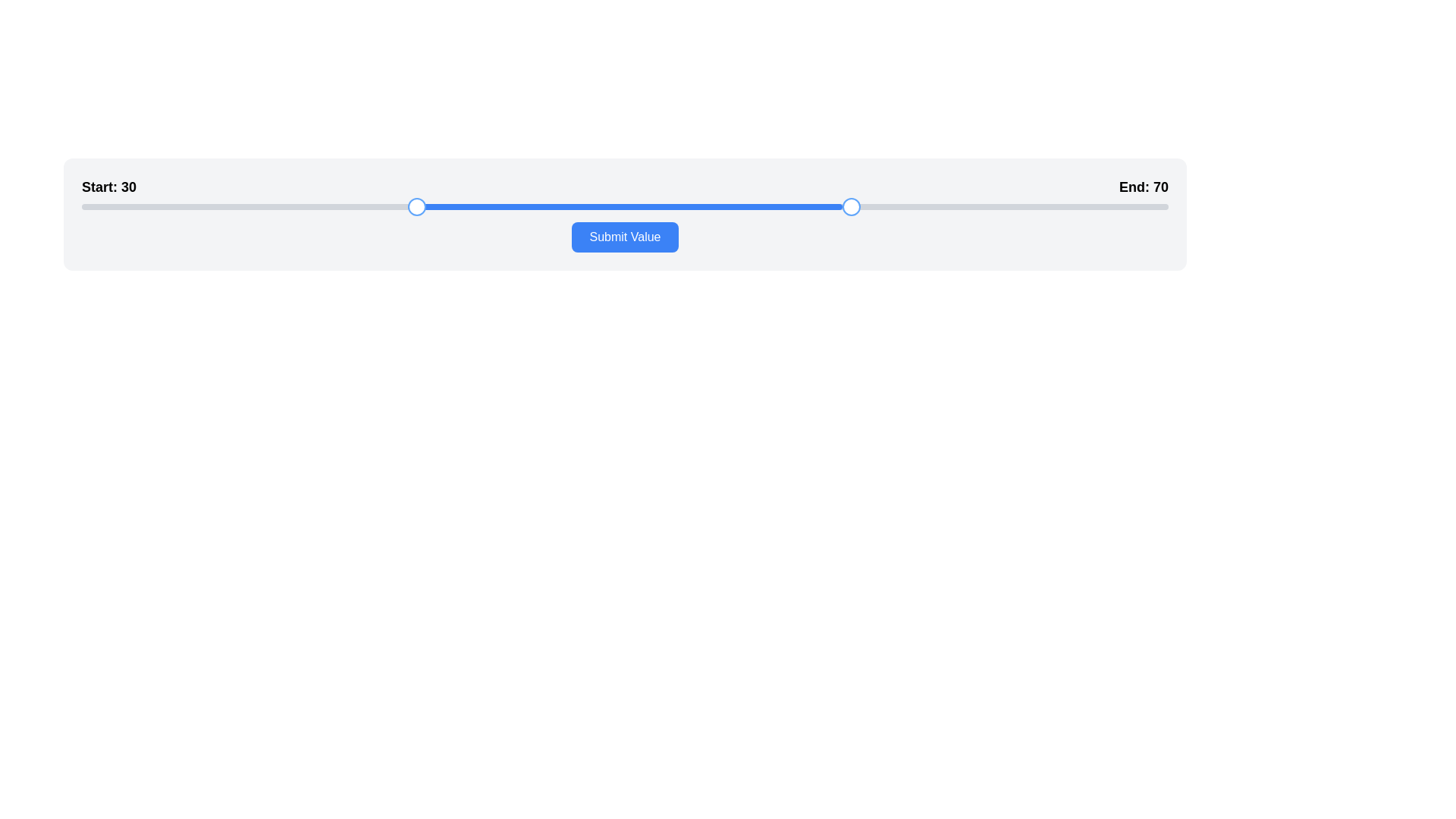 The image size is (1456, 819). What do you see at coordinates (284, 207) in the screenshot?
I see `the slider thumb` at bounding box center [284, 207].